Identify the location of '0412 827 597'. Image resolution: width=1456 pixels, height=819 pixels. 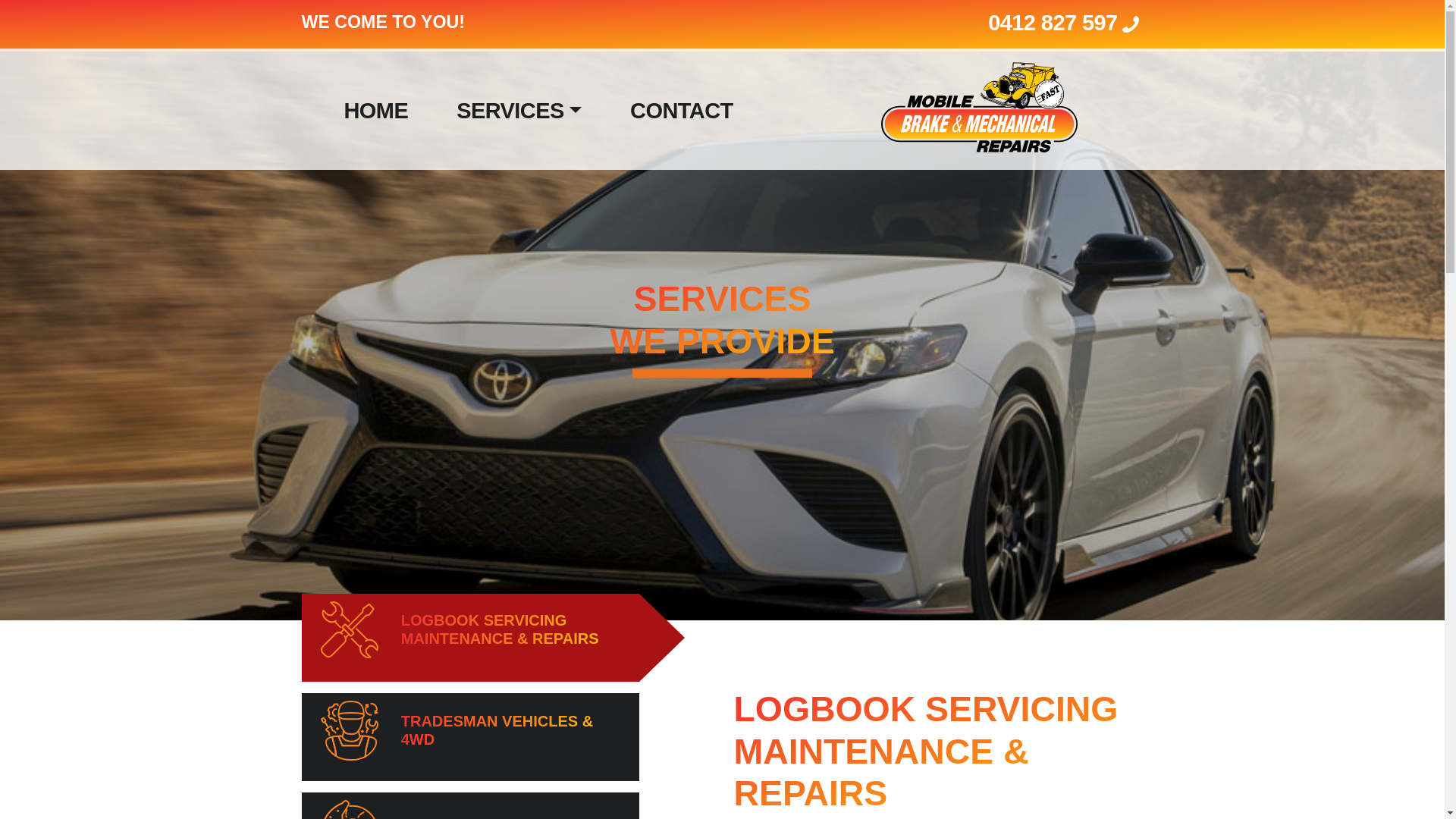
(1065, 23).